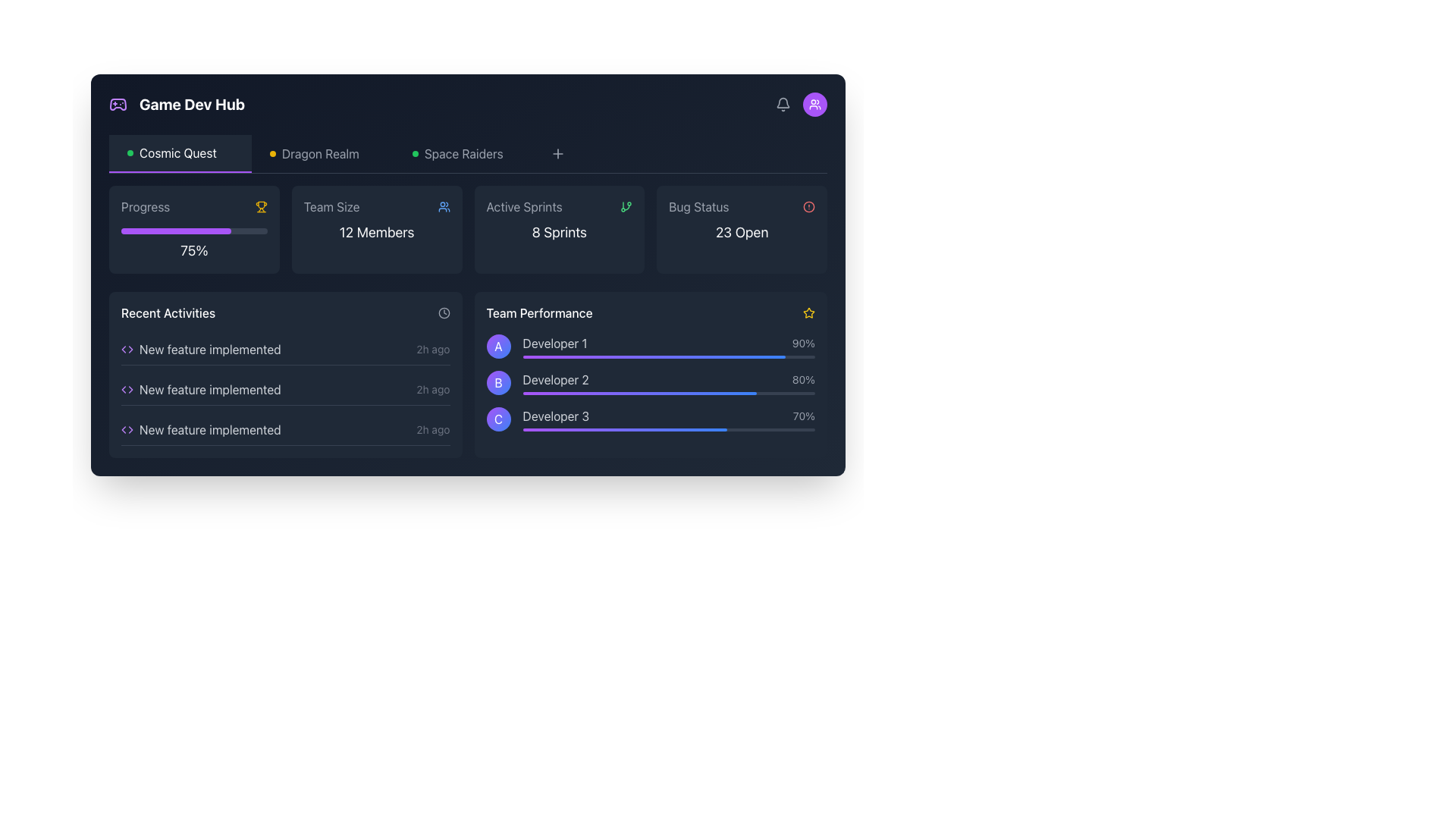 The width and height of the screenshot is (1456, 819). What do you see at coordinates (285, 350) in the screenshot?
I see `the topmost list item` at bounding box center [285, 350].